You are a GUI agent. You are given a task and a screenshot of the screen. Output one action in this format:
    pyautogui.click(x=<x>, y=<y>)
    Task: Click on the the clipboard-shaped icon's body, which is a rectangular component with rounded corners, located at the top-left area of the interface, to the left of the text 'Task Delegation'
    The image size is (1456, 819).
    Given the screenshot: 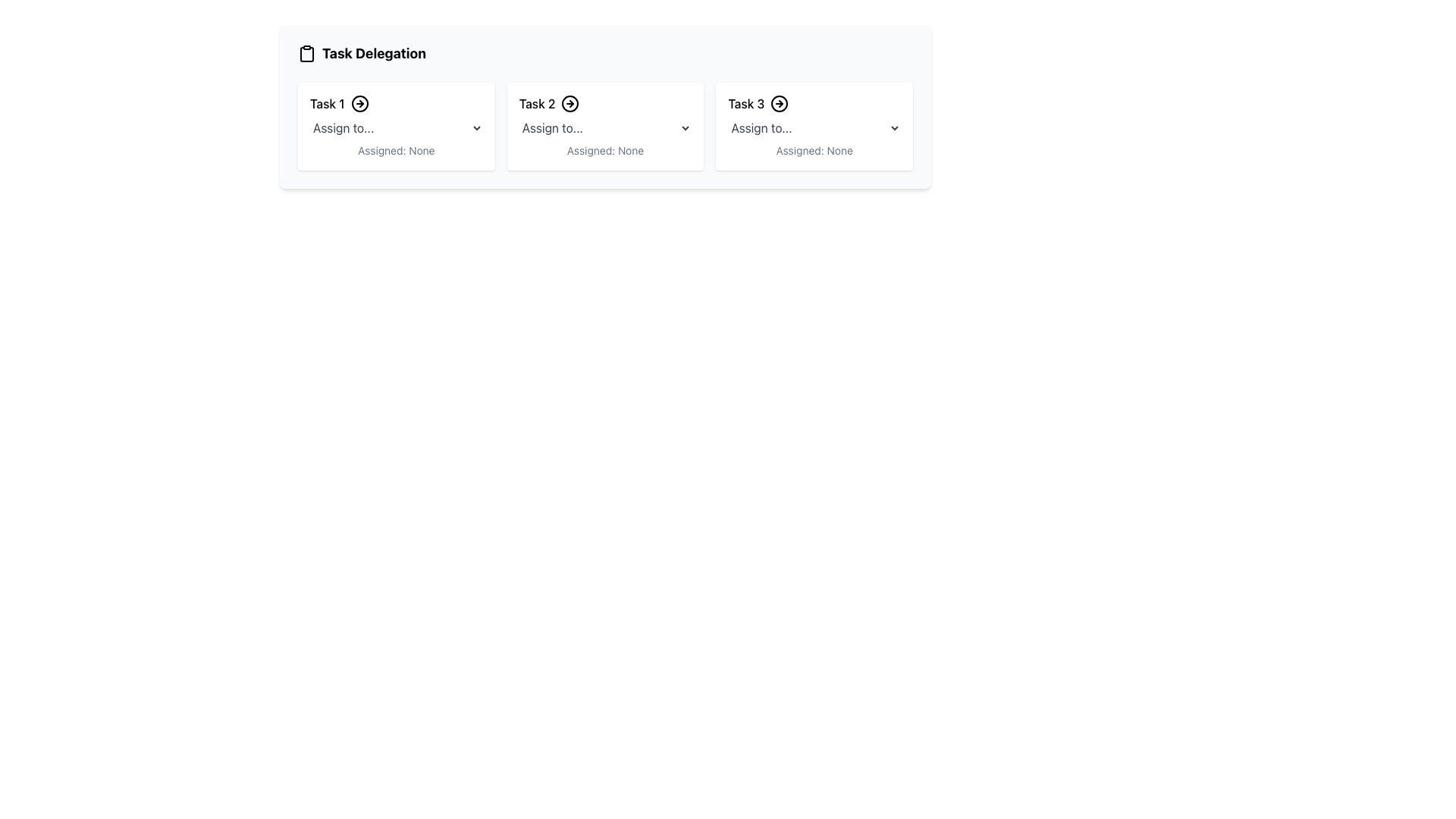 What is the action you would take?
    pyautogui.click(x=306, y=54)
    